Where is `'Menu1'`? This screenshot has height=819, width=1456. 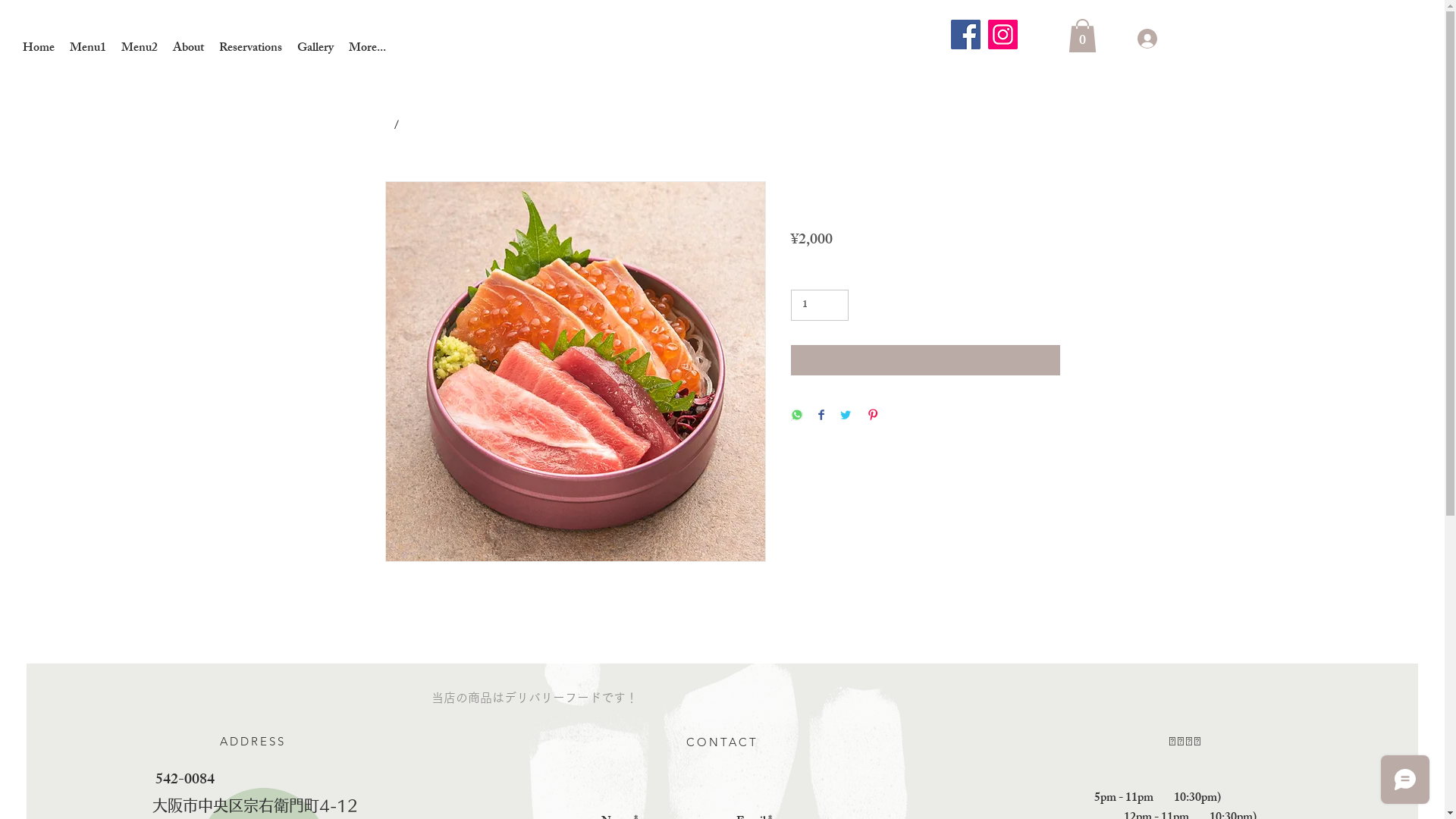 'Menu1' is located at coordinates (86, 48).